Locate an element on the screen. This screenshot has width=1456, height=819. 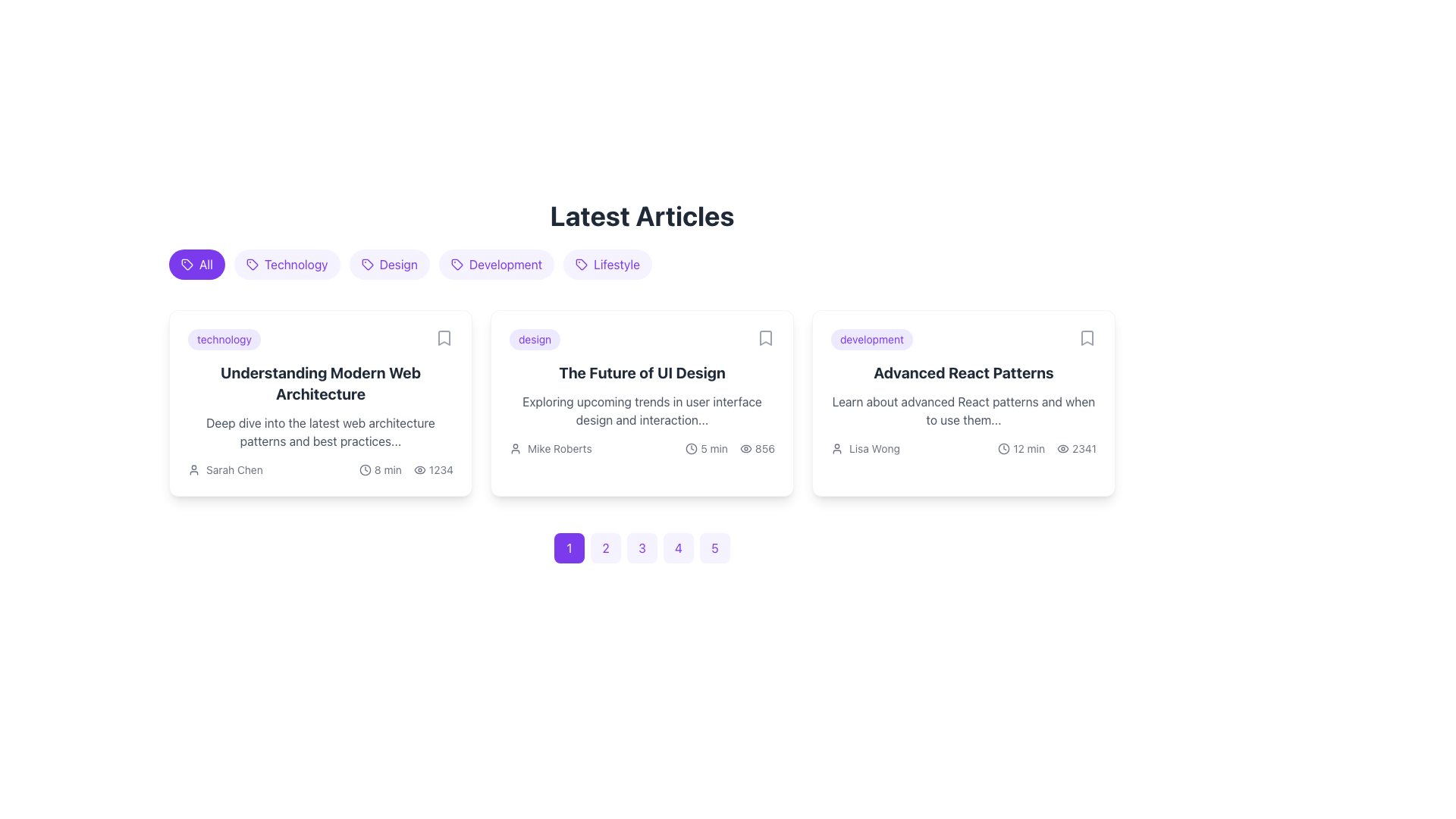
the bookmark icon located in the upper-right corner of the card titled 'Understanding Modern Web Architecture' in the 'Latest Articles' section is located at coordinates (443, 337).